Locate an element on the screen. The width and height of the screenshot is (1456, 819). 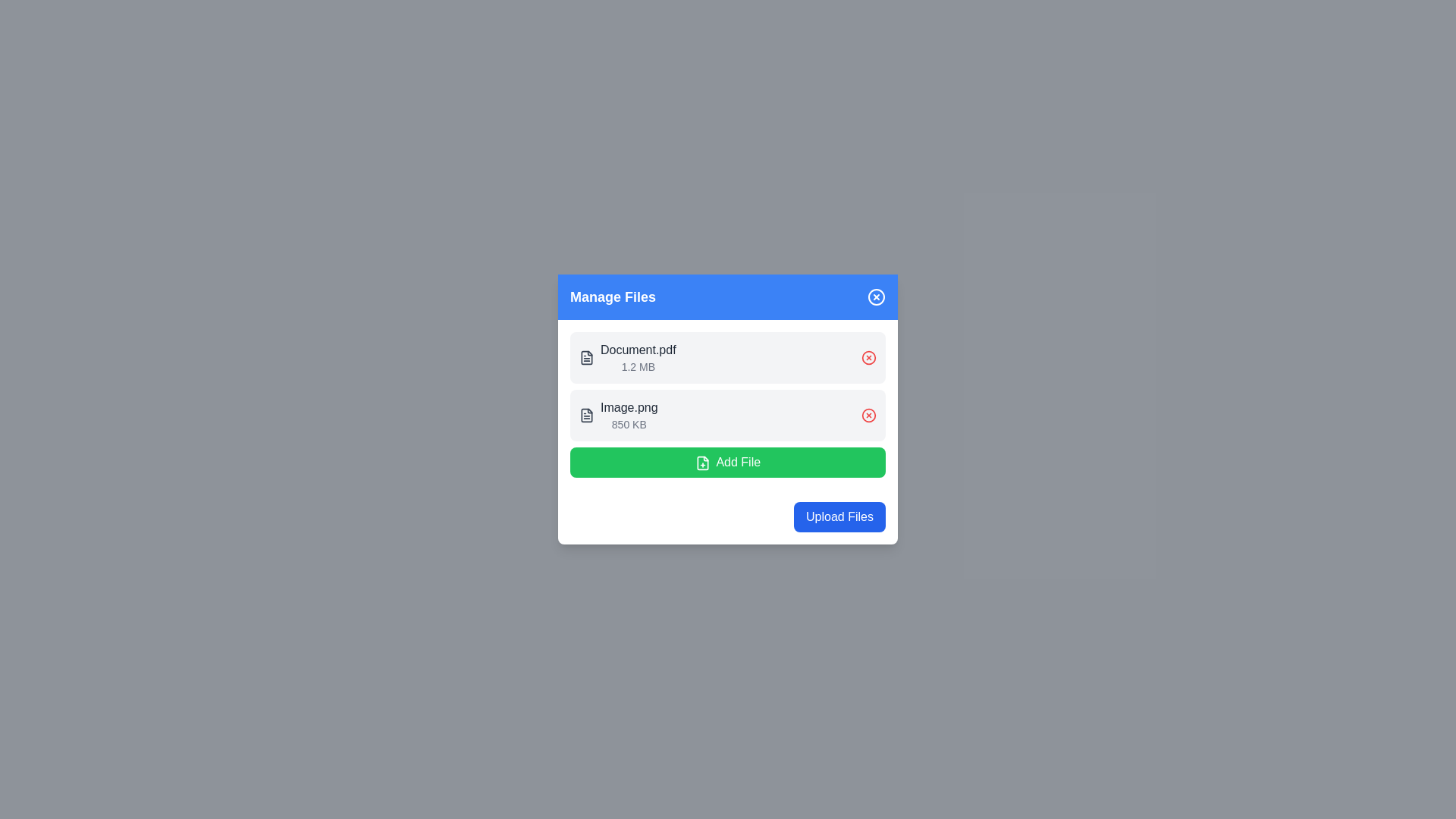
the static informational text displaying the size of the file 'Document.pdf', which is the second element in the vertical list of the 'Manage Files' card UI is located at coordinates (638, 366).